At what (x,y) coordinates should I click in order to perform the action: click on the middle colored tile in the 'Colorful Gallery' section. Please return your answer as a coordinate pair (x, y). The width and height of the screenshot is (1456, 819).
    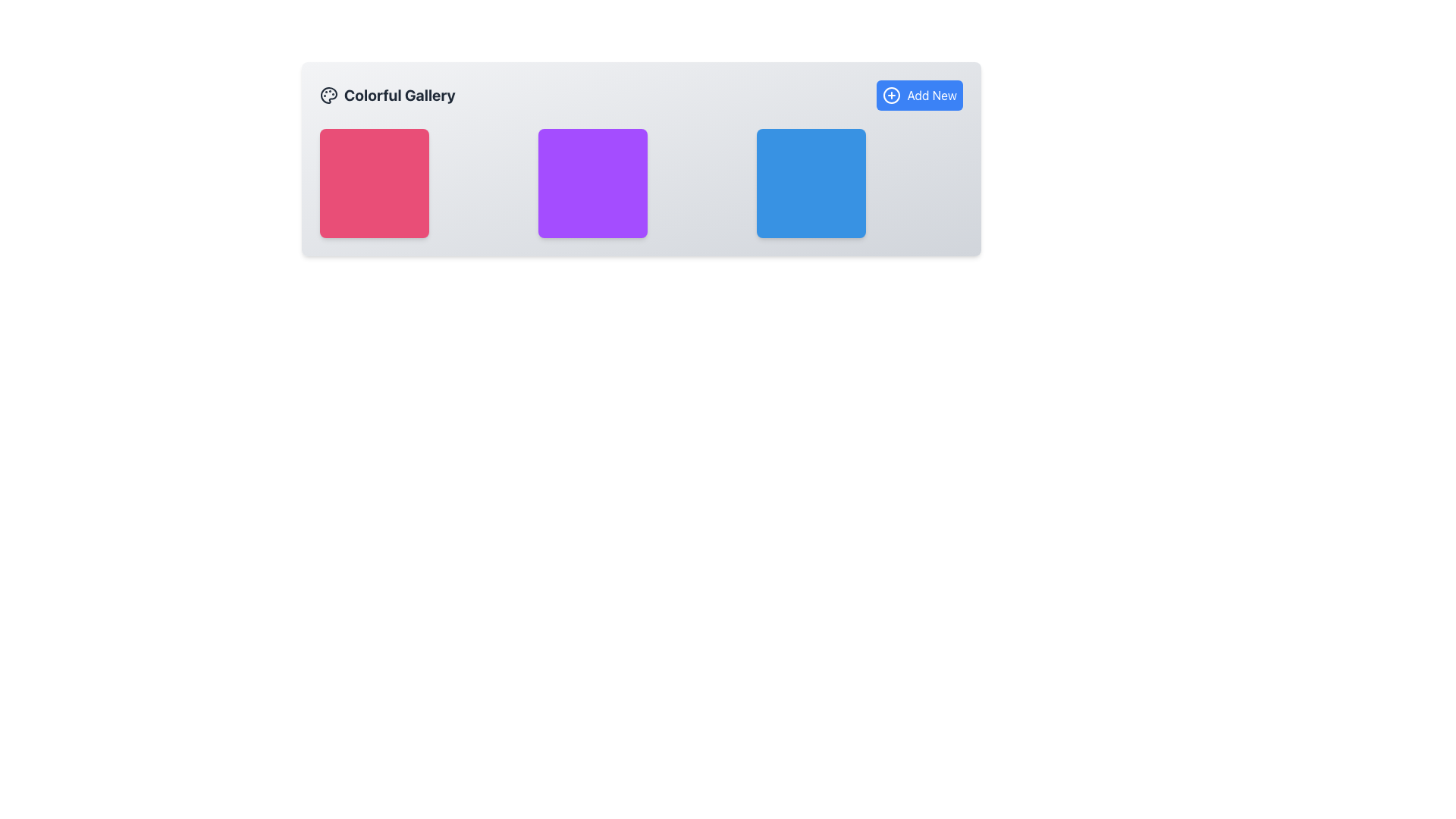
    Looking at the image, I should click on (592, 183).